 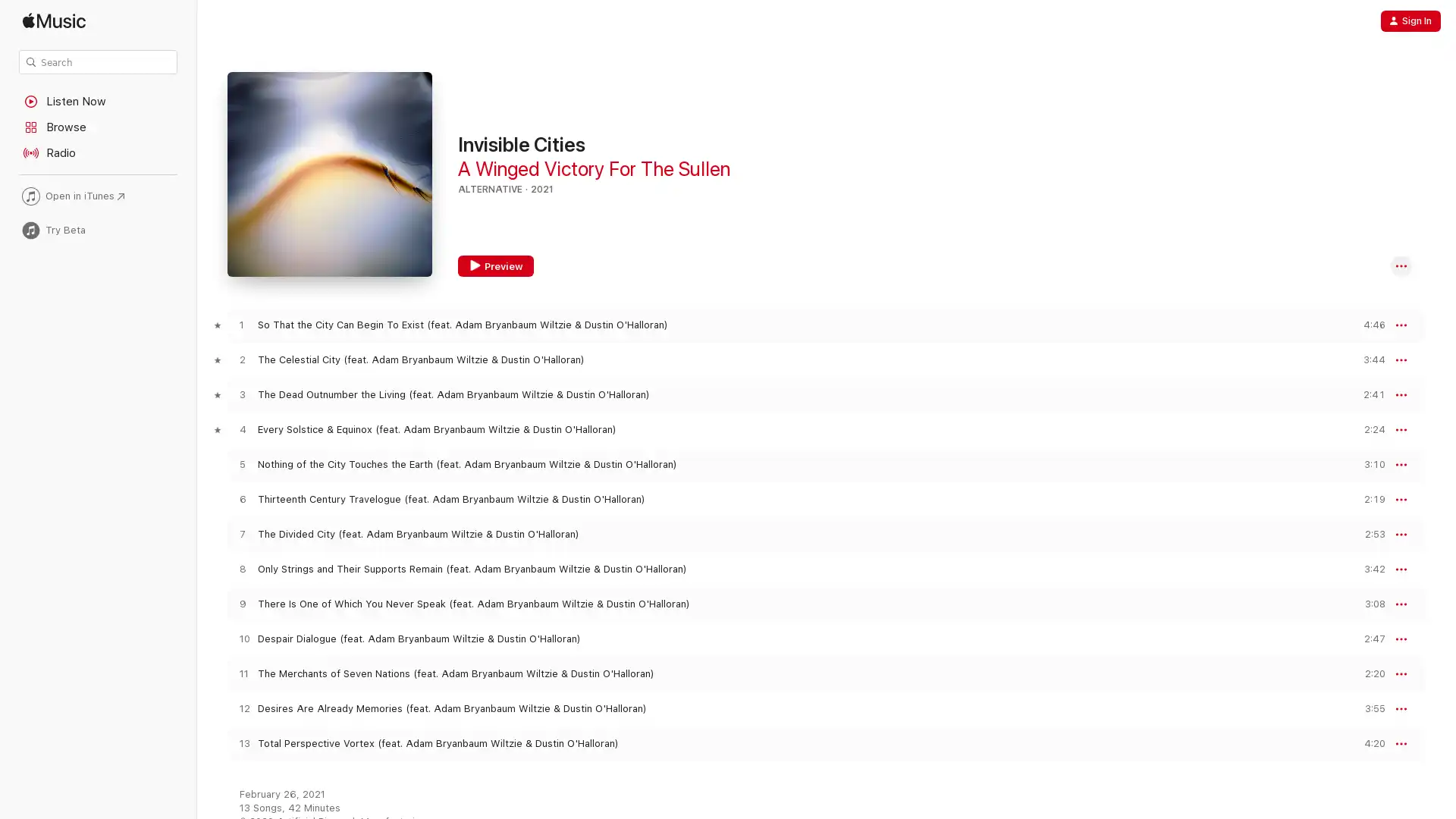 What do you see at coordinates (241, 603) in the screenshot?
I see `Play` at bounding box center [241, 603].